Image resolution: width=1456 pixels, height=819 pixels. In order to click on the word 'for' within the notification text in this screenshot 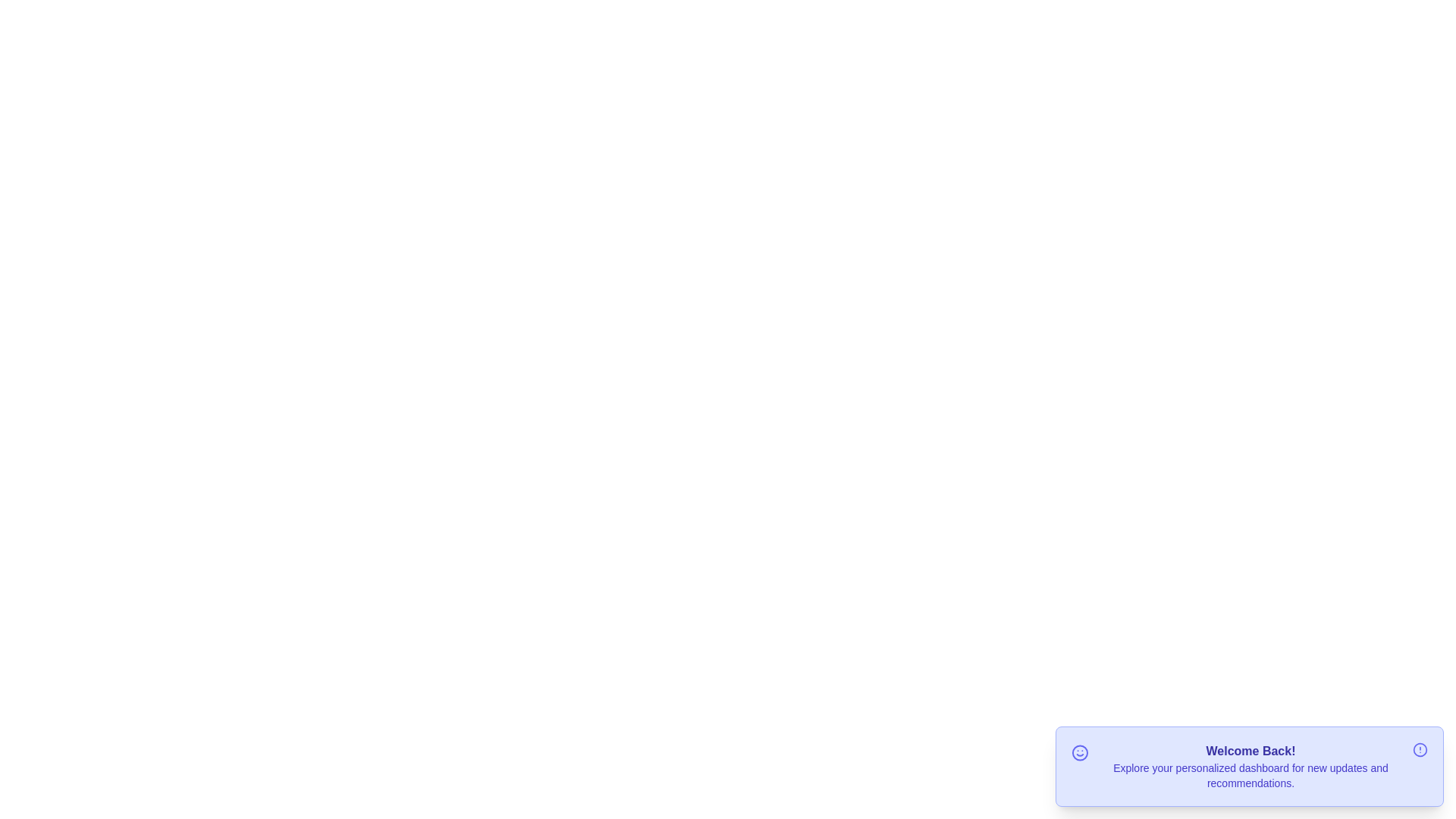, I will do `click(1251, 760)`.